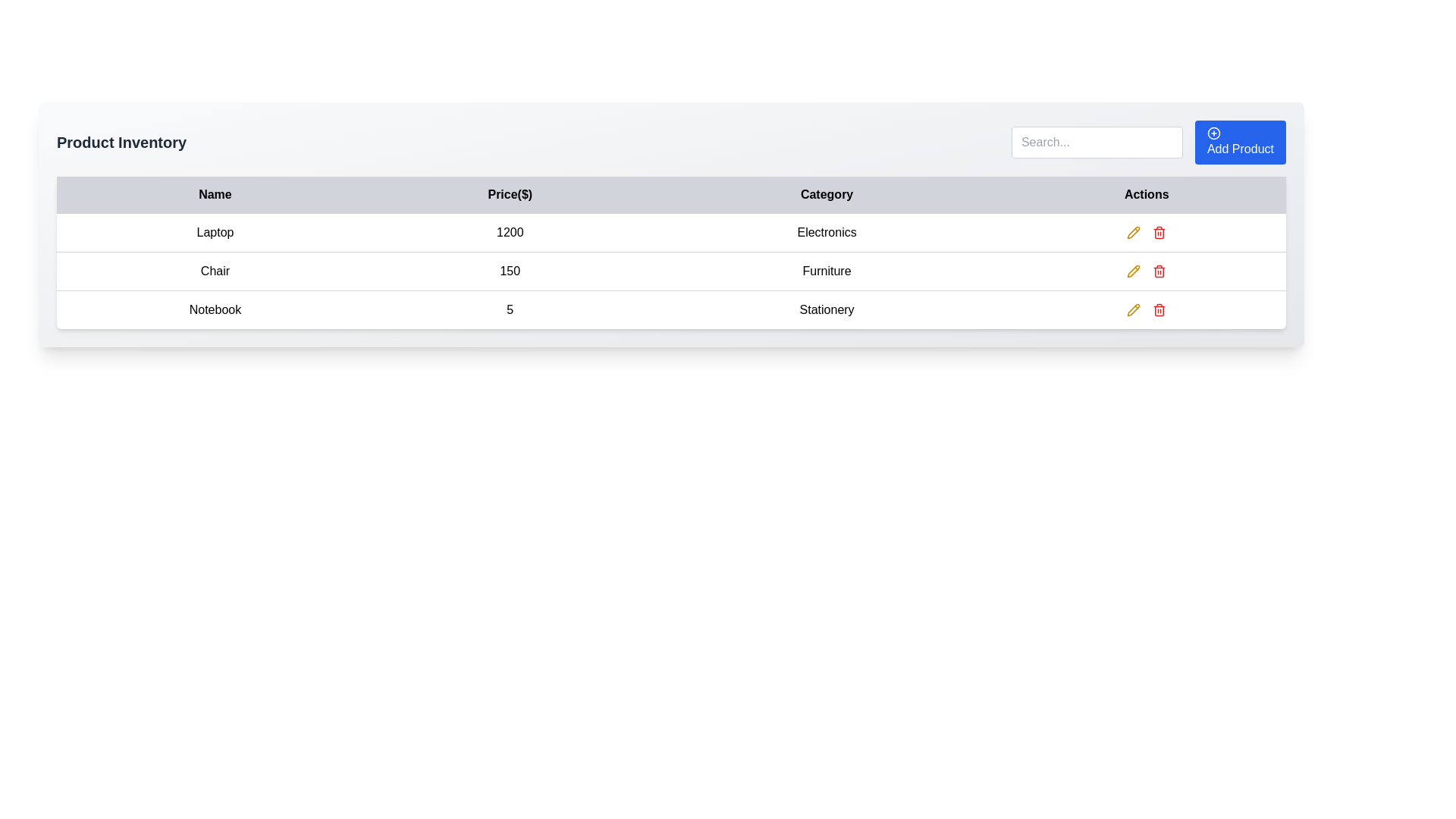 This screenshot has width=1456, height=819. I want to click on the table header cell labeled 'Name', which has a light gray background and black bold text, located on the leftmost side of the header row, so click(214, 194).